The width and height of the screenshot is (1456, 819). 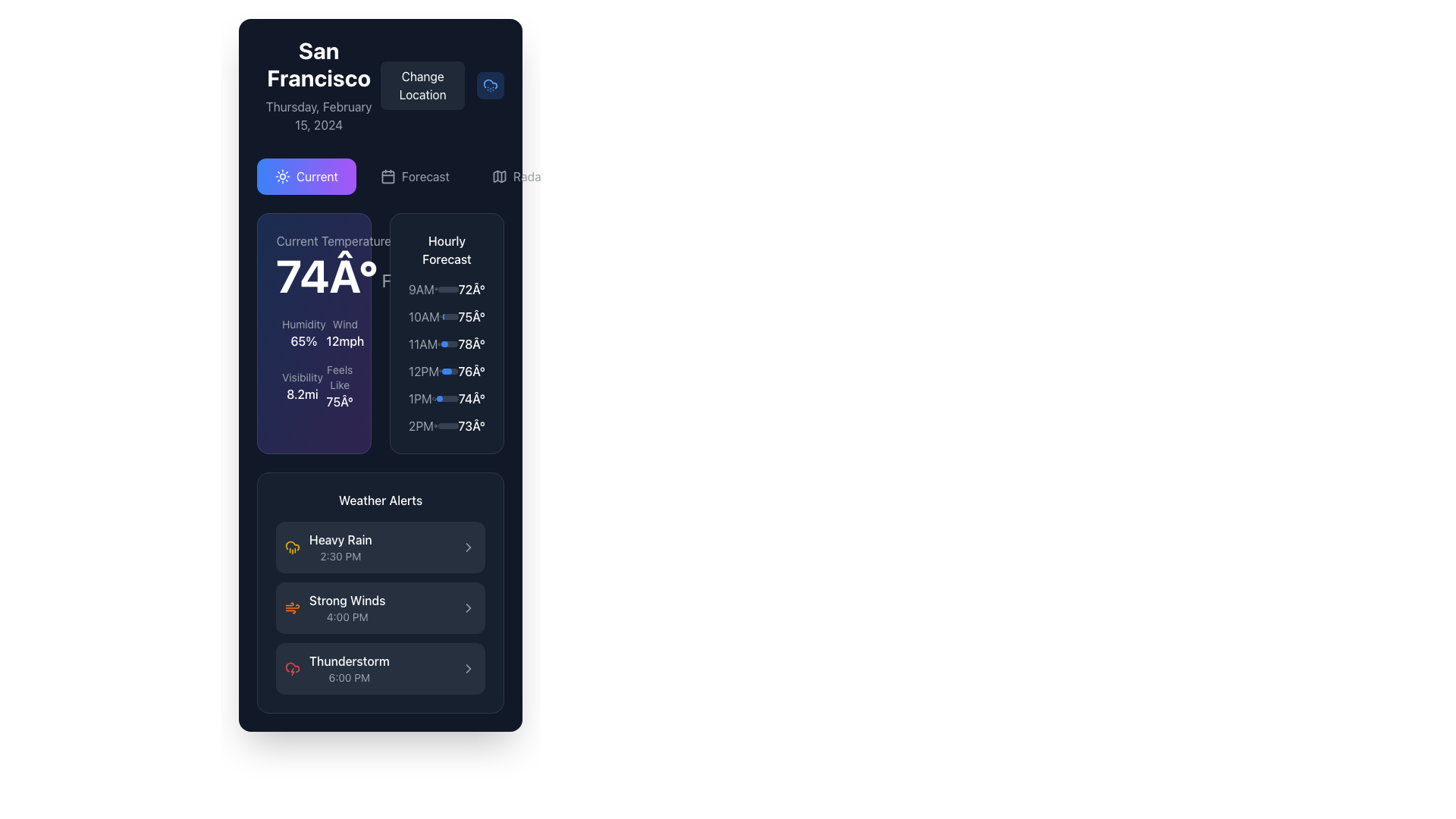 What do you see at coordinates (468, 668) in the screenshot?
I see `the compact right-facing chevron icon located in the 'Weather Alerts' section, to the right of the 'Strong Winds' alert row` at bounding box center [468, 668].